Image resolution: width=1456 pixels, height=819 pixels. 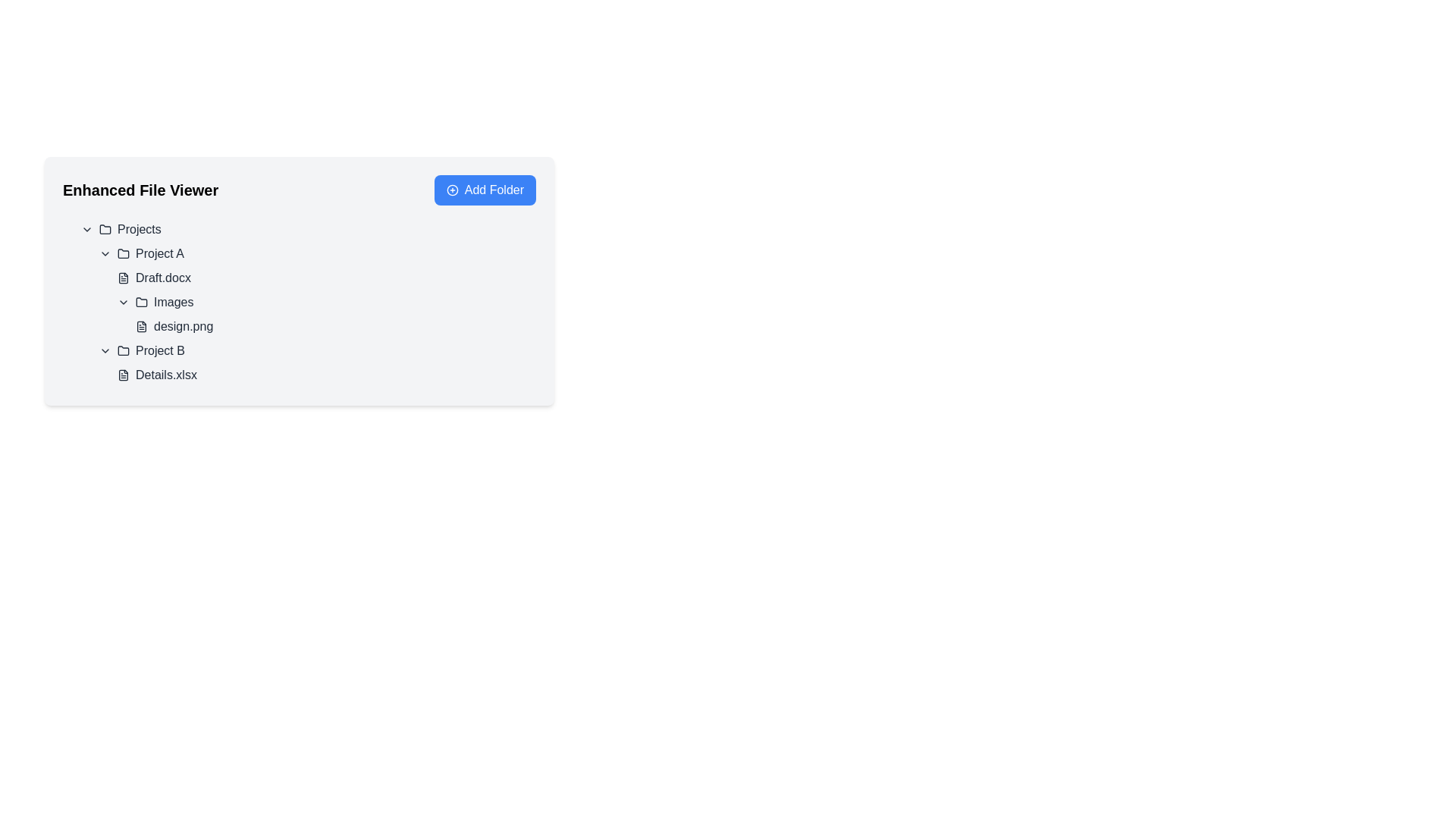 What do you see at coordinates (308, 362) in the screenshot?
I see `the 'Details.xlsx' file entry in the tree view` at bounding box center [308, 362].